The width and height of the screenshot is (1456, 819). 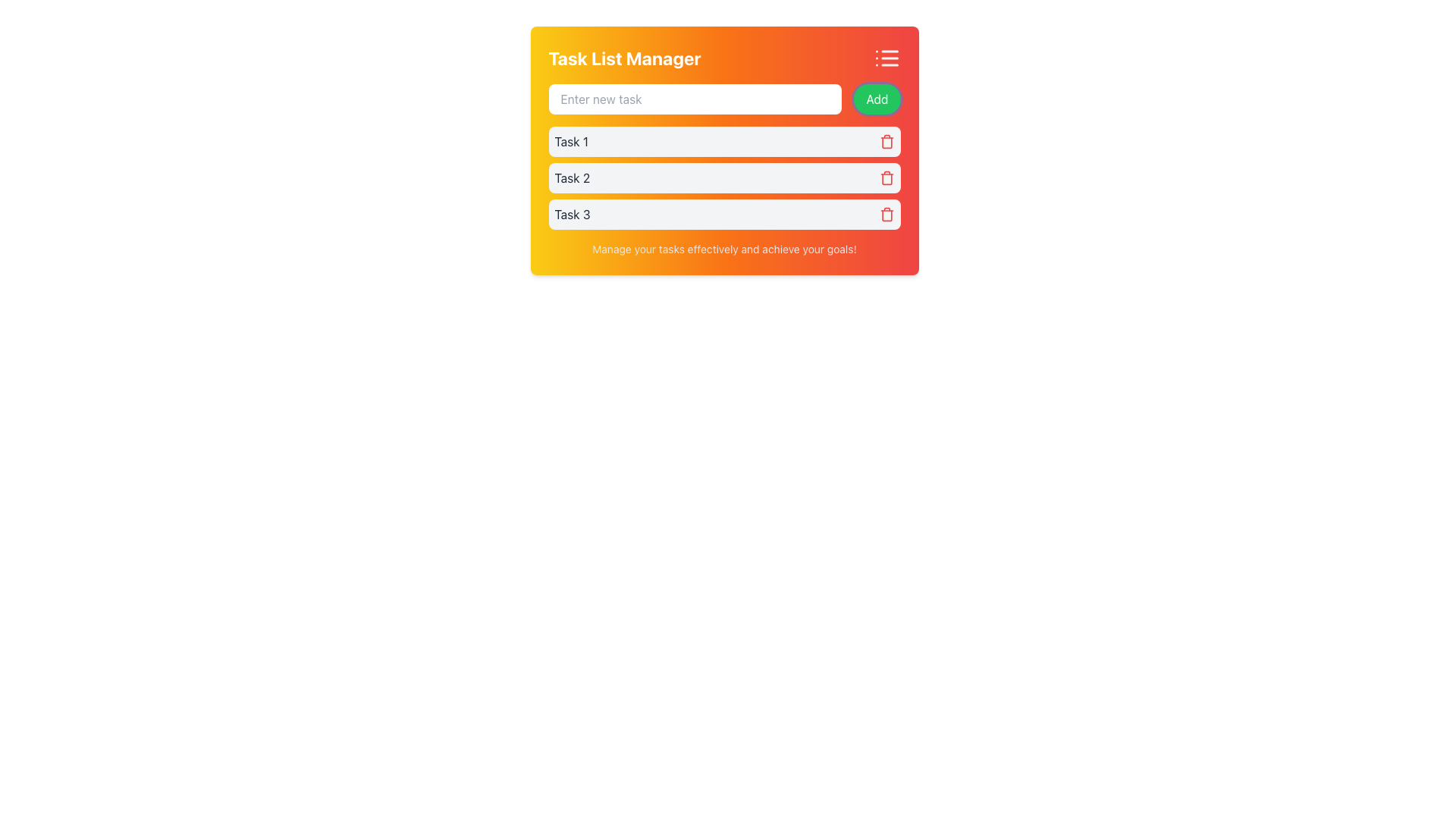 I want to click on the Heading label that displays 'Task List Manager', which is styled in bold and large font on a gradient orange background, located at the top left of the interface, so click(x=625, y=58).